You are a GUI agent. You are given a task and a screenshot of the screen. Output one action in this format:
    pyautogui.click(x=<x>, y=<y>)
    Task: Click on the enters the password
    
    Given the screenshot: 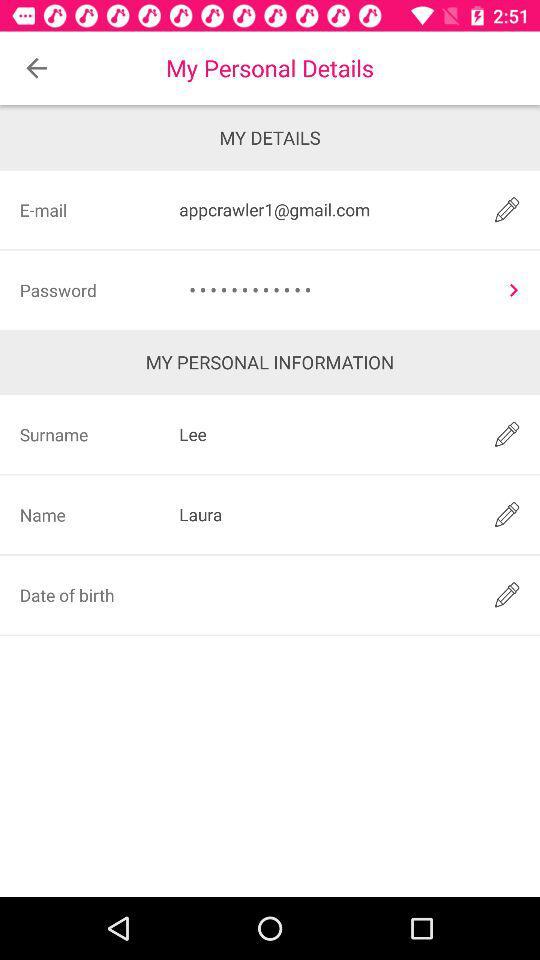 What is the action you would take?
    pyautogui.click(x=513, y=289)
    